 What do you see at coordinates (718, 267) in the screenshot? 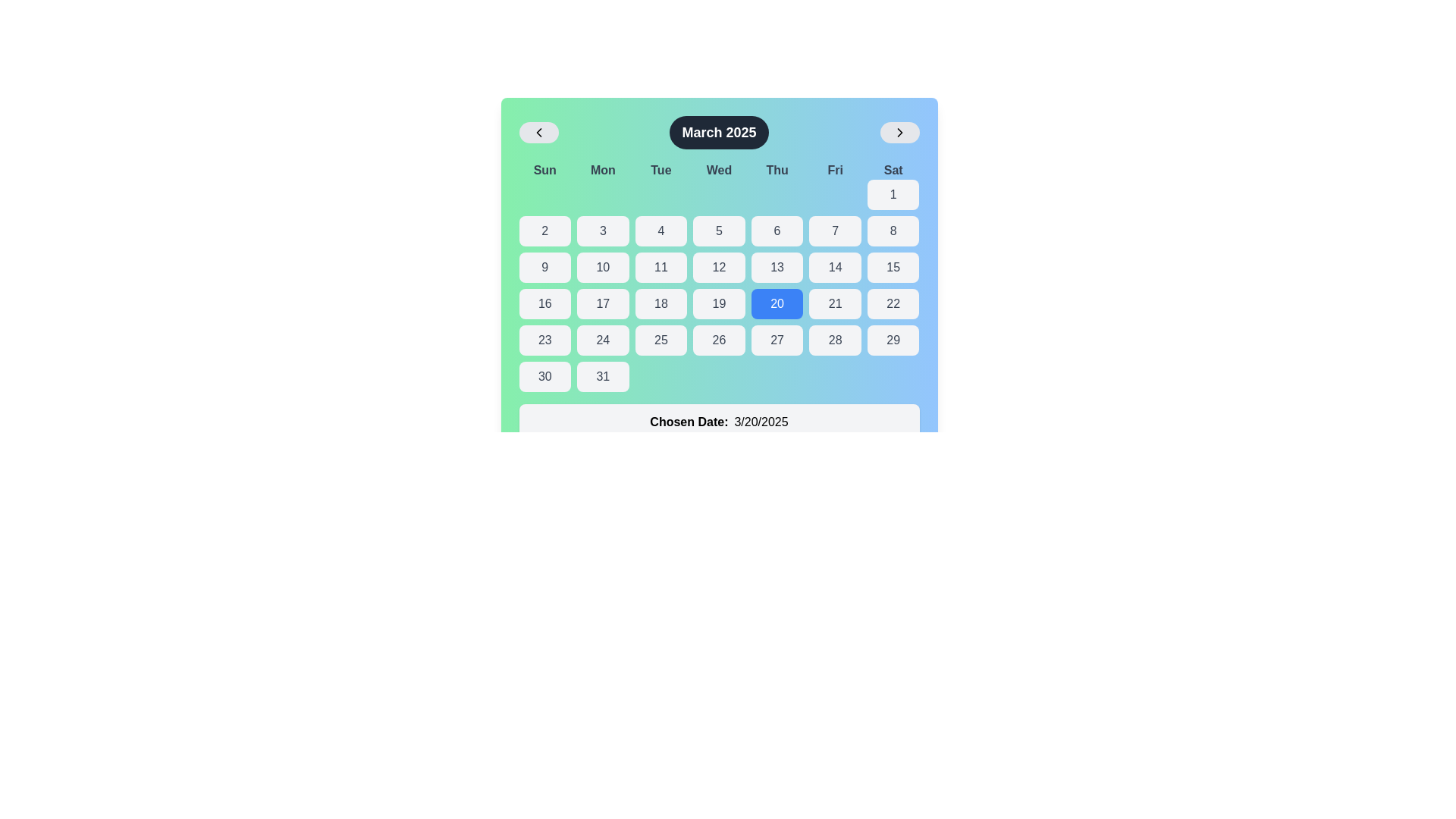
I see `the button representing the 12th day of the month in the calendar interface` at bounding box center [718, 267].